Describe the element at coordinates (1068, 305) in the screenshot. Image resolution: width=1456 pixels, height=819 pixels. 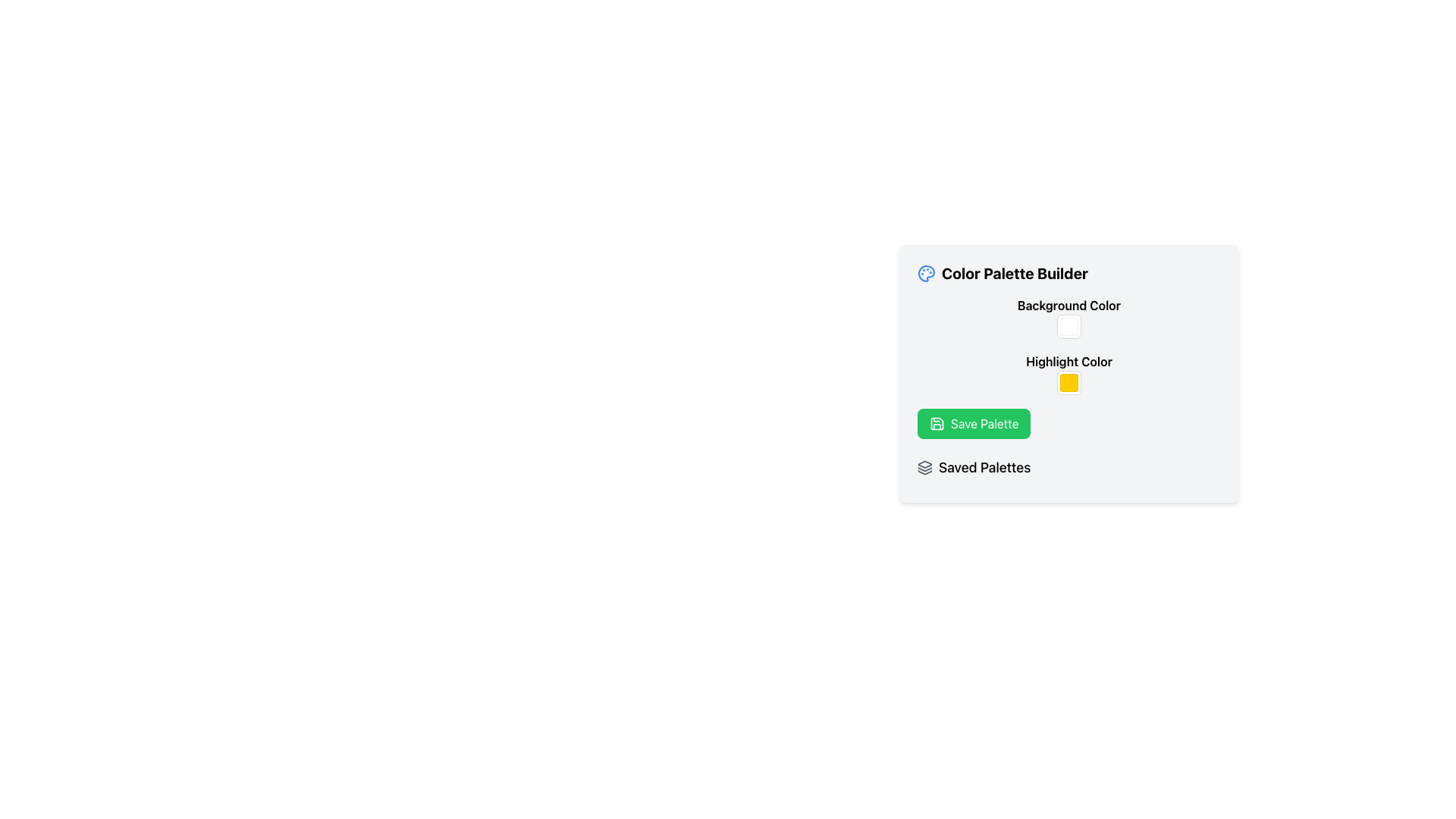
I see `the 'Background Color' text label, which is displayed in a bold font and is larger than surrounding text, located within a light gray section of the color palette builder tool` at that location.